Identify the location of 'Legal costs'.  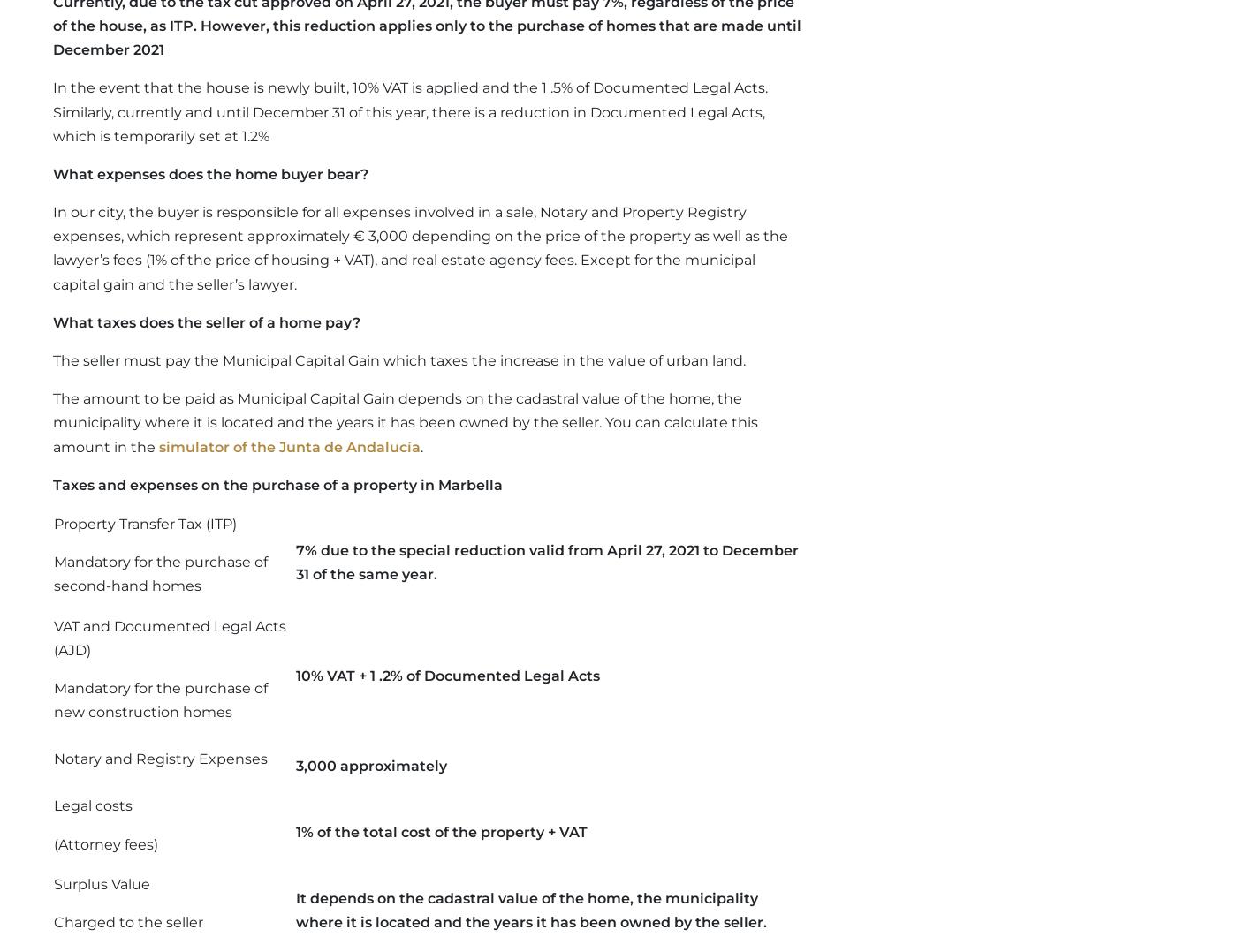
(93, 805).